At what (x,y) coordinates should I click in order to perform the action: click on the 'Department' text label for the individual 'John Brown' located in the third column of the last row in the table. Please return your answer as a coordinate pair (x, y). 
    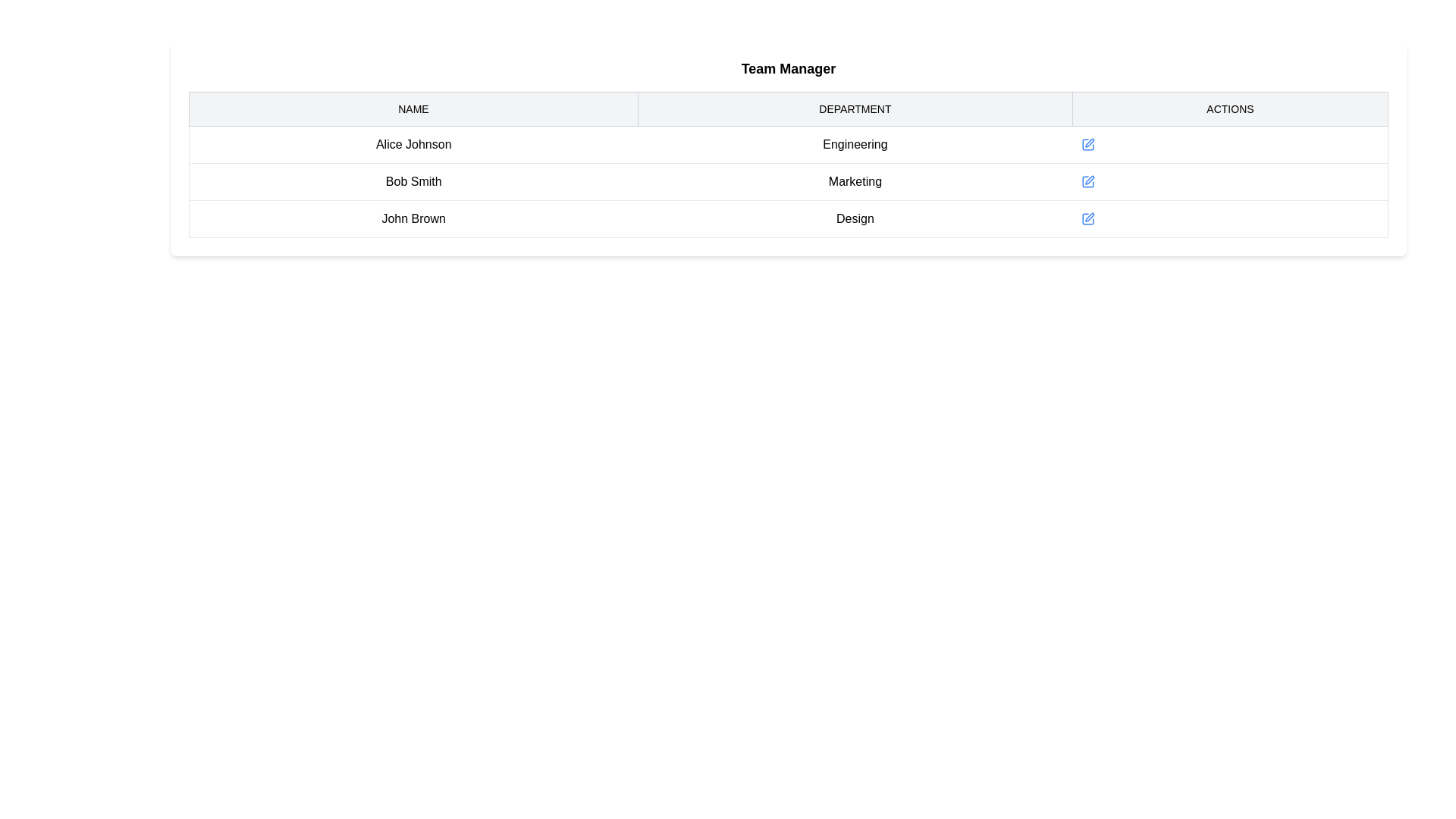
    Looking at the image, I should click on (855, 219).